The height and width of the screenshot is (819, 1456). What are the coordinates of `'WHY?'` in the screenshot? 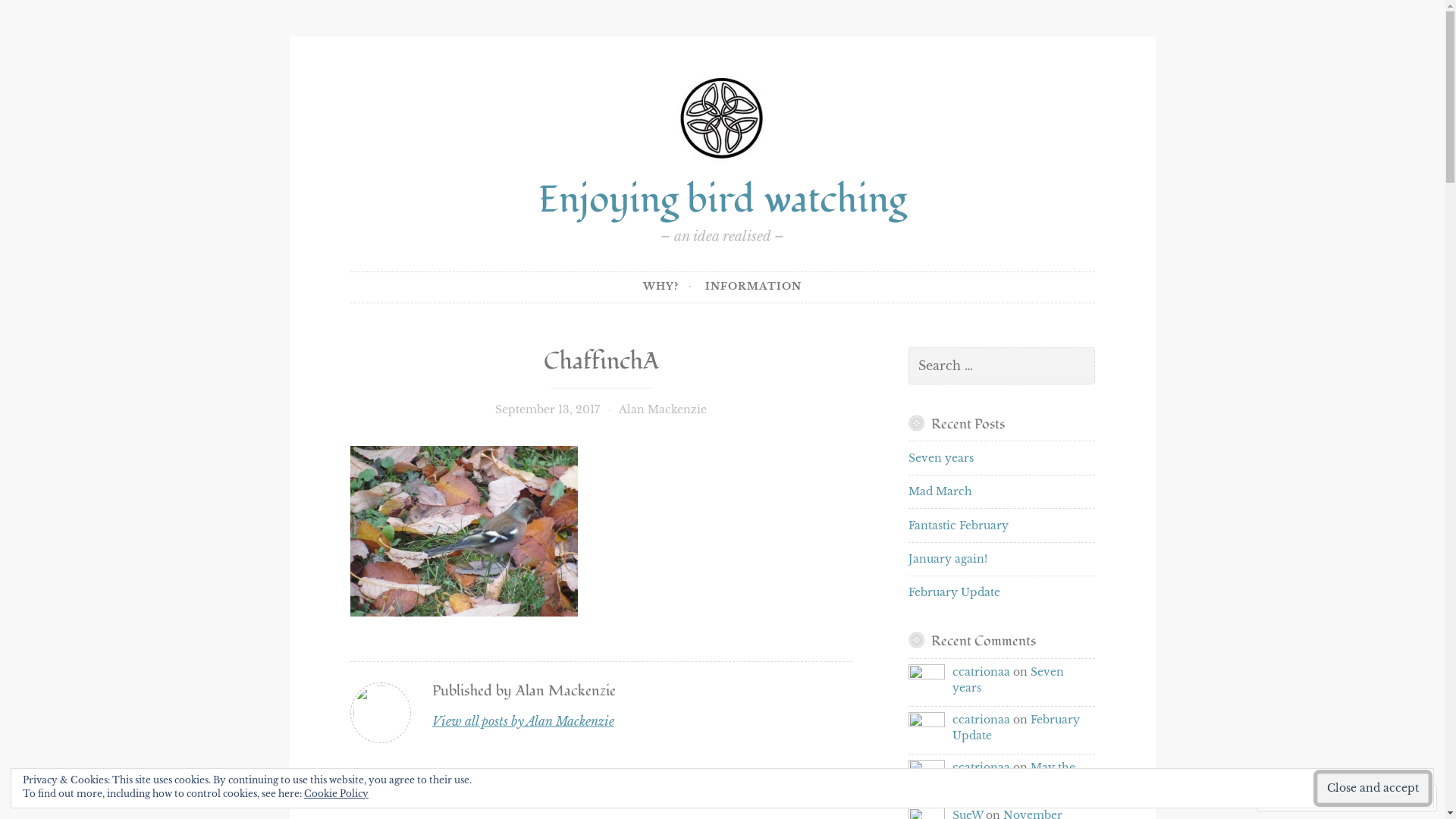 It's located at (667, 287).